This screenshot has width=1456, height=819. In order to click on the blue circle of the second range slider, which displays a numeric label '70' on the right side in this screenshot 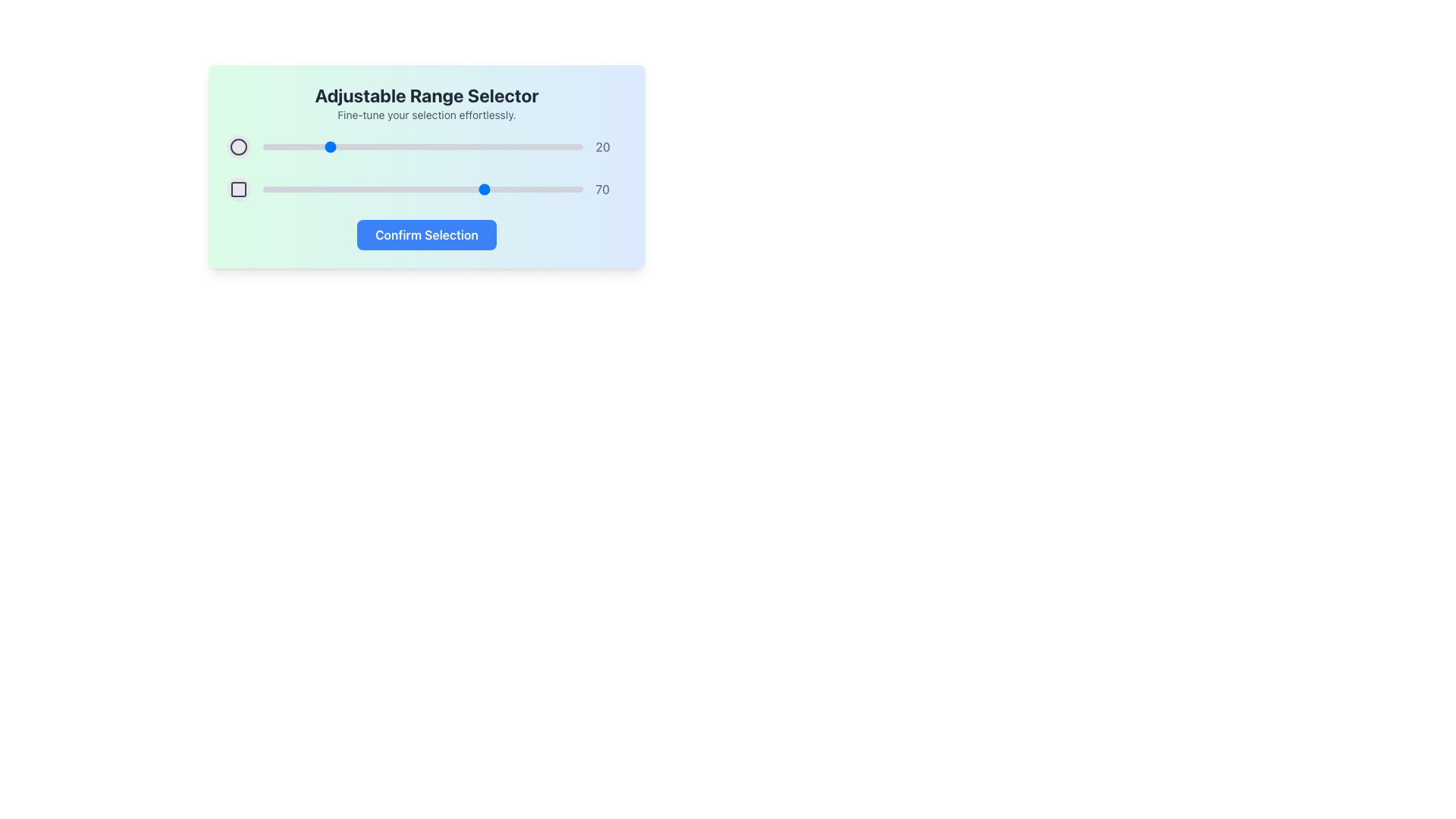, I will do `click(425, 189)`.